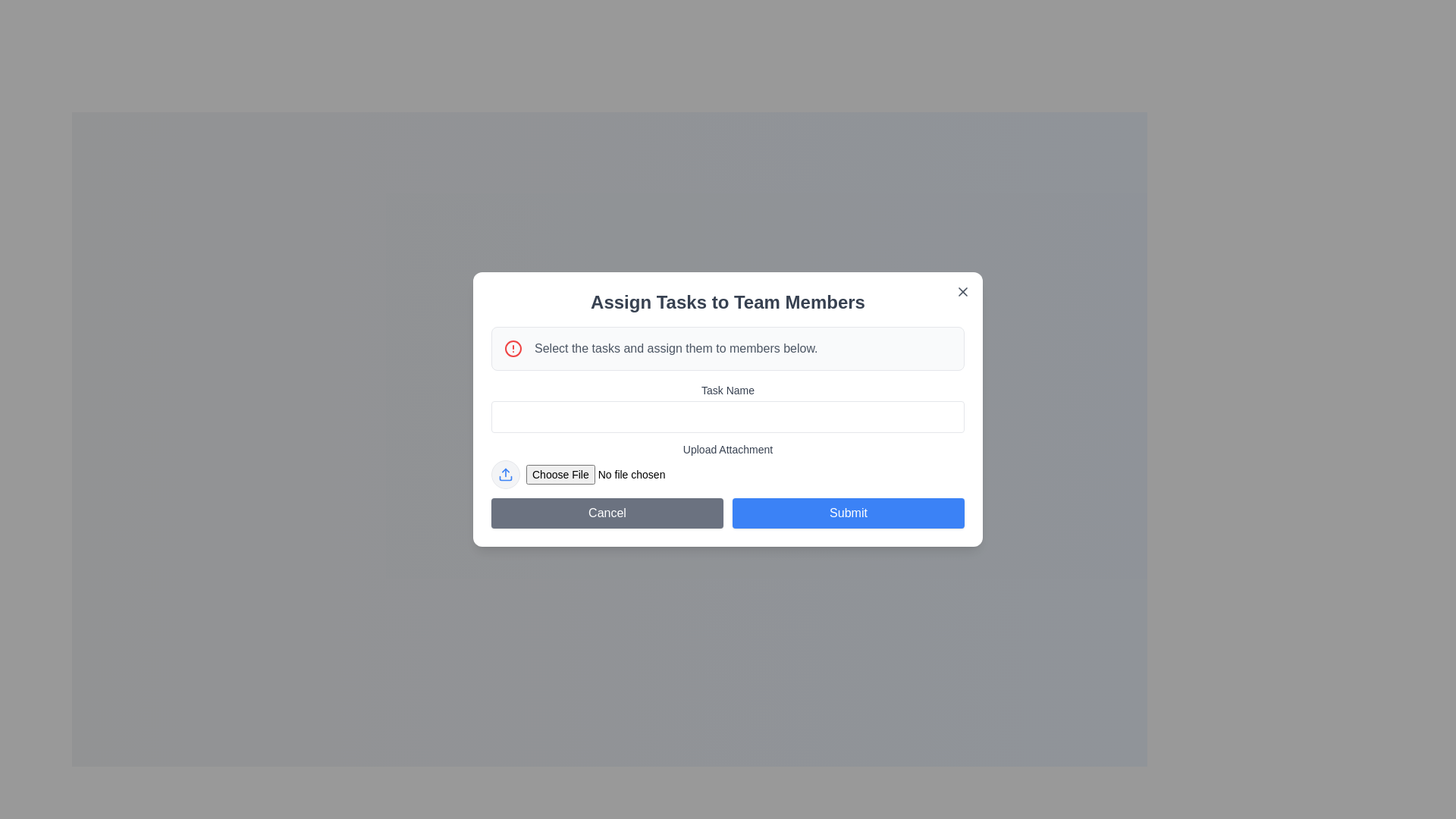  I want to click on the Text header of the modal that indicates its main functionality of assigning tasks to team members, positioned at the top just below the close button, so click(728, 302).